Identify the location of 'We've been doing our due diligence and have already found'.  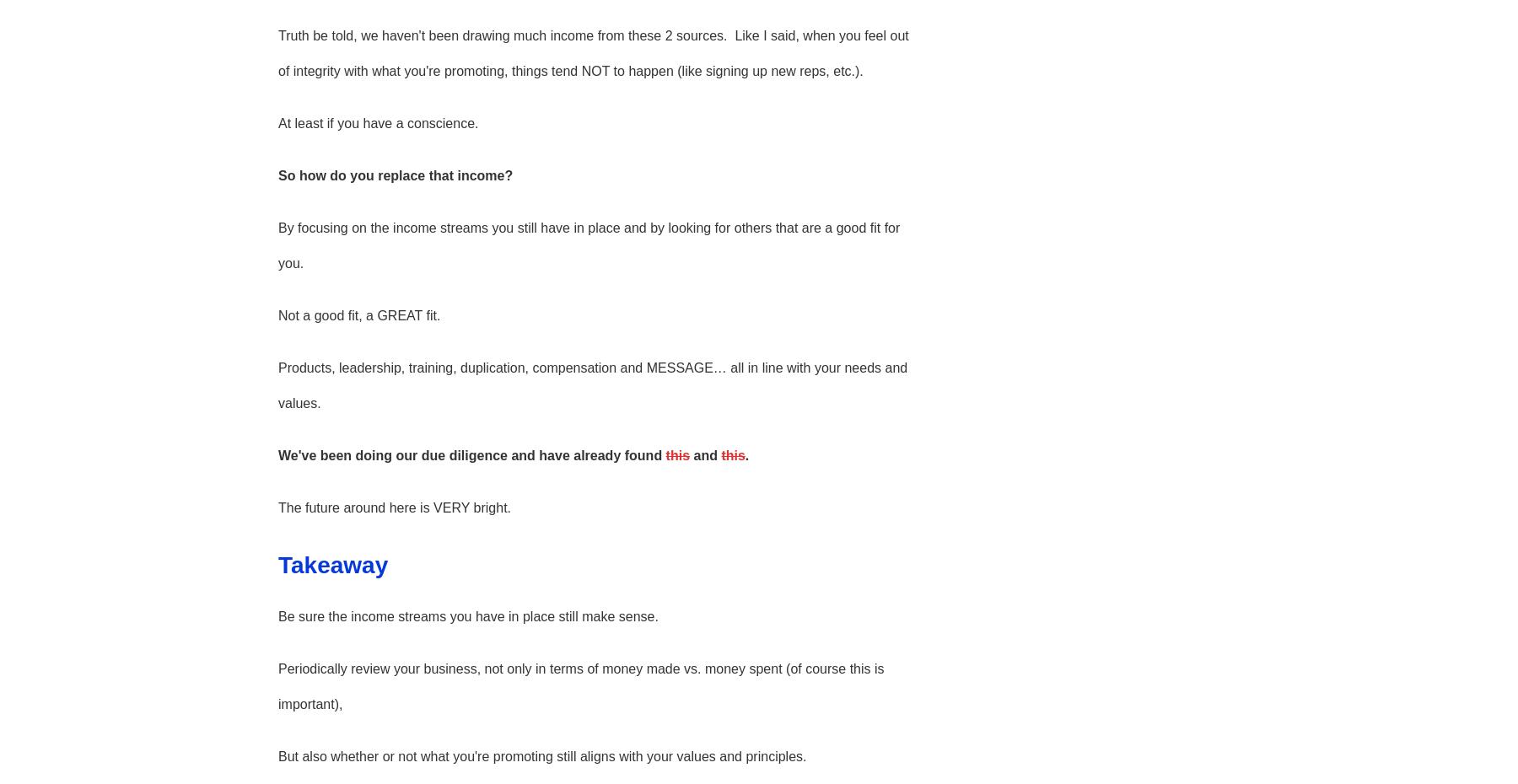
(277, 454).